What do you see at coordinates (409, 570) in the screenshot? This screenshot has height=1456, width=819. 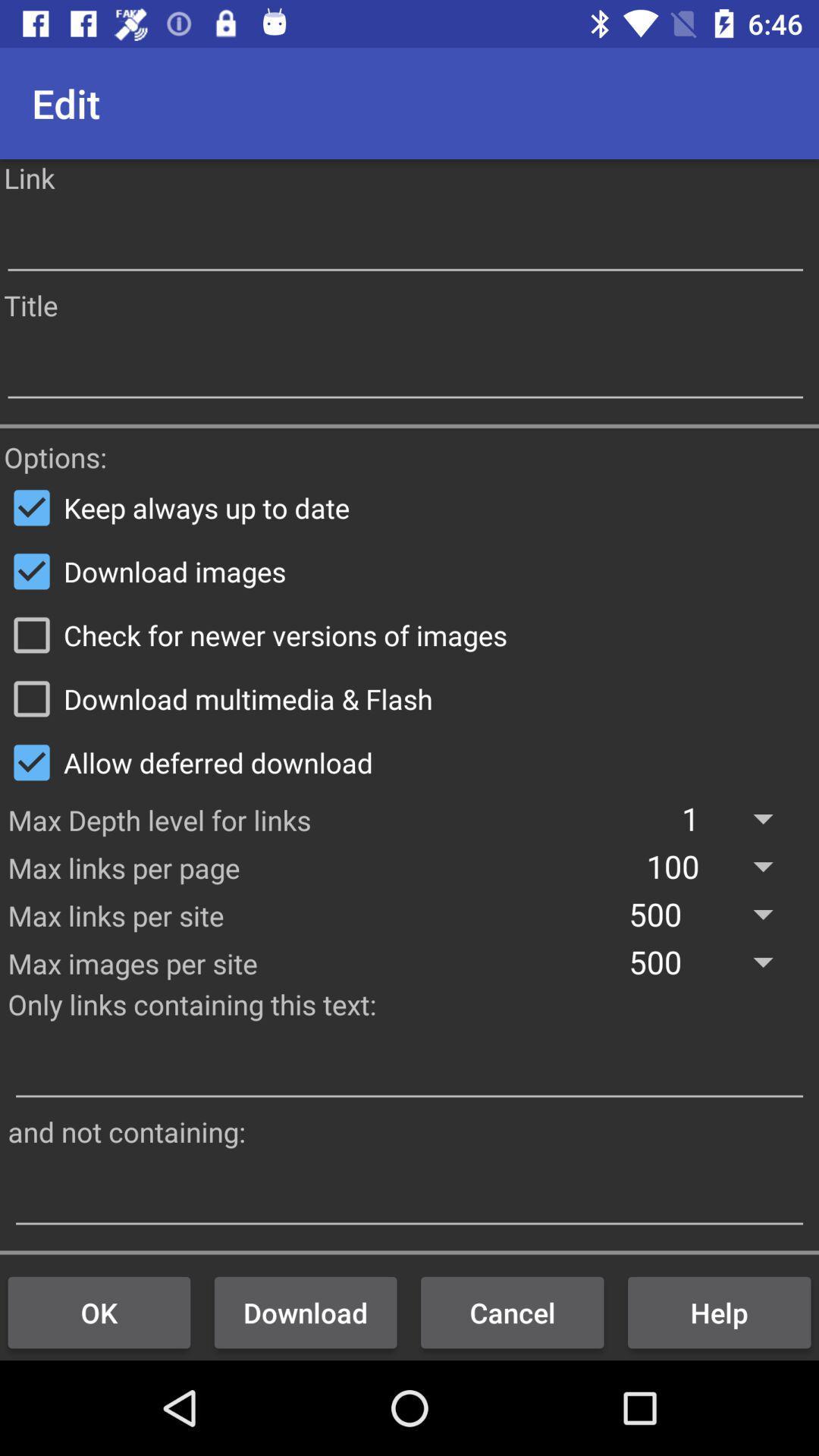 I see `checkbox below the keep always up icon` at bounding box center [409, 570].